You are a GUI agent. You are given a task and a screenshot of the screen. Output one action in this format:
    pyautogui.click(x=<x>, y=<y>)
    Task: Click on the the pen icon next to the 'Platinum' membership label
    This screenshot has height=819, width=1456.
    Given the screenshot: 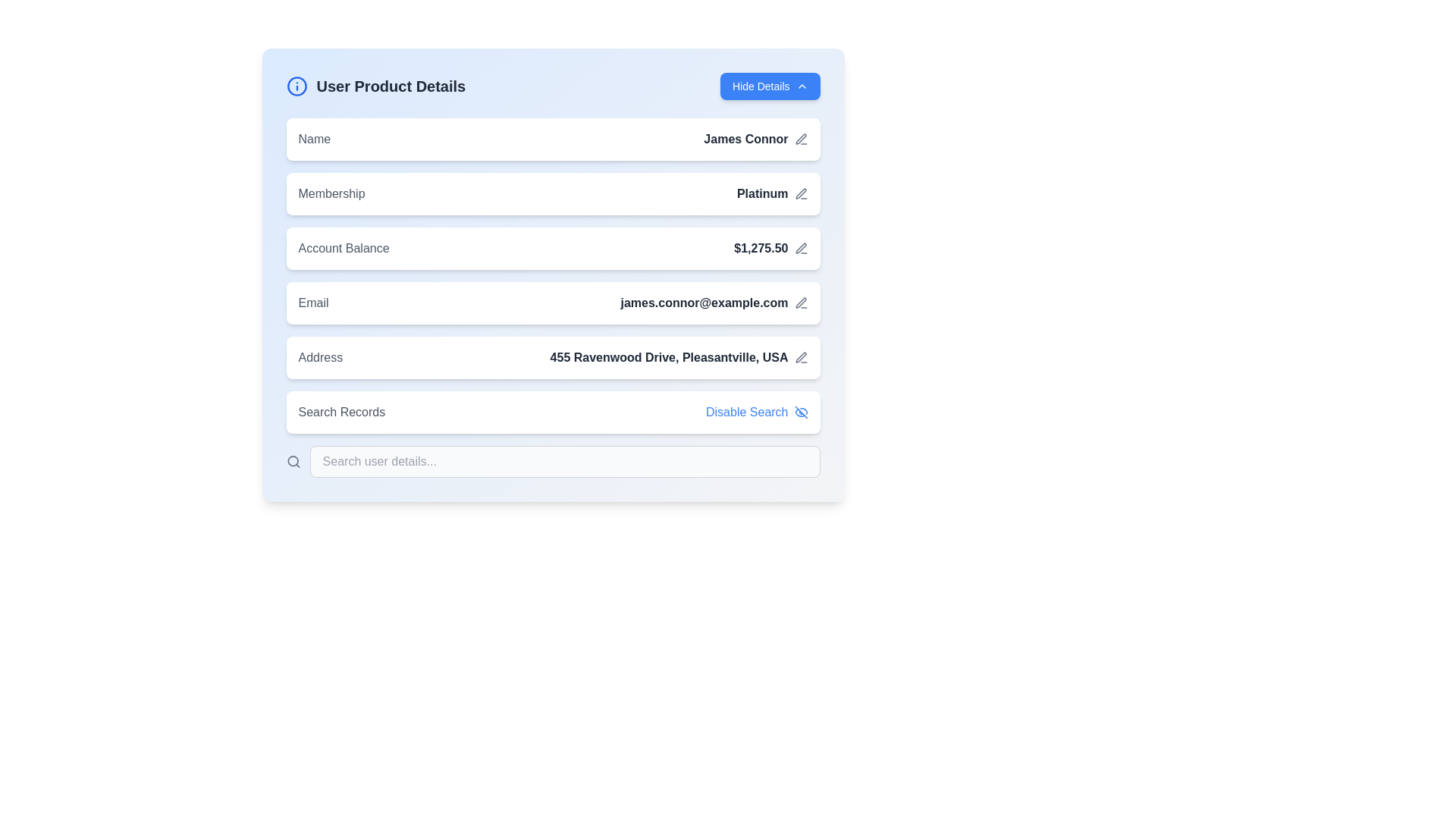 What is the action you would take?
    pyautogui.click(x=772, y=193)
    